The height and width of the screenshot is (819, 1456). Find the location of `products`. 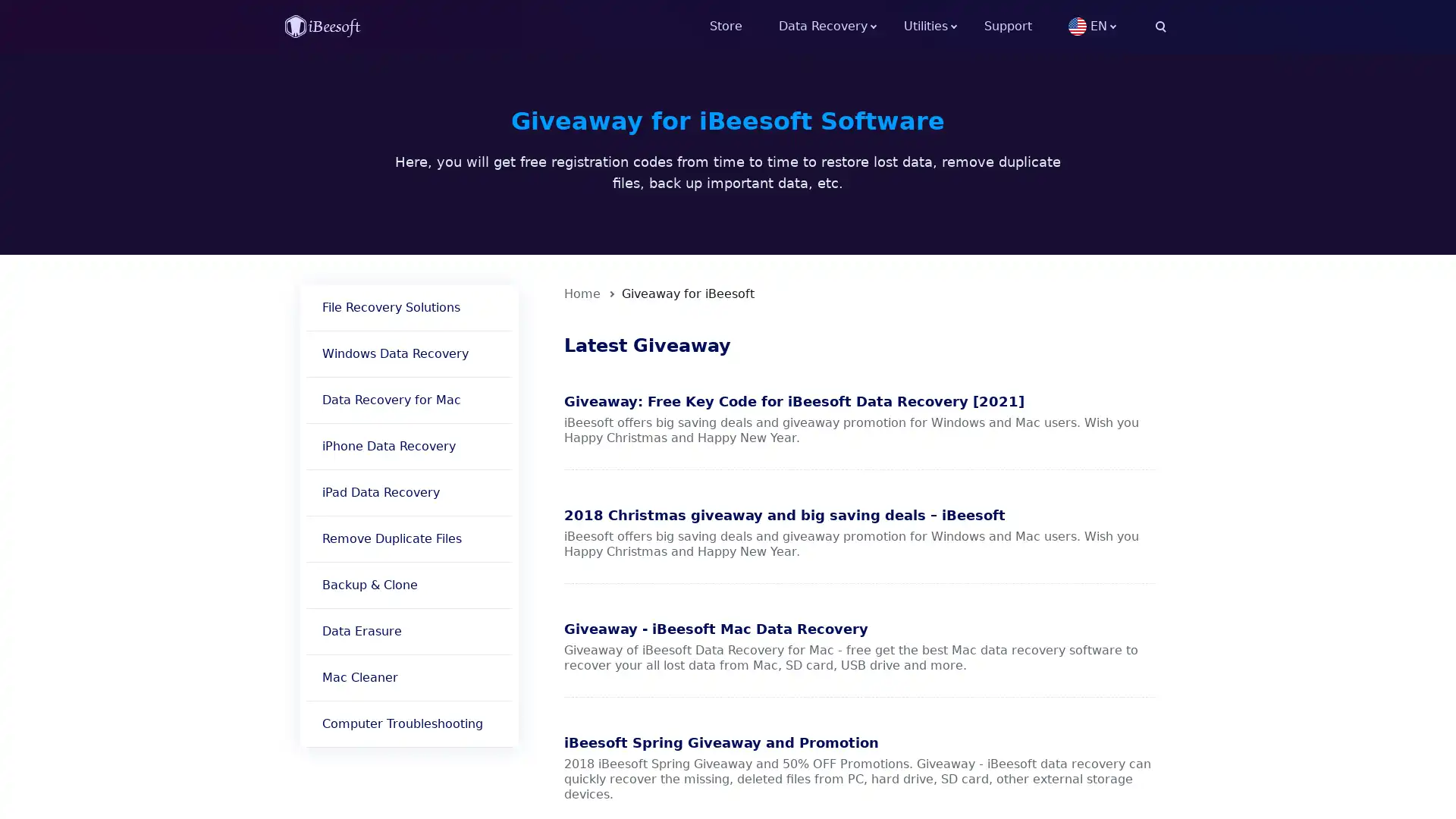

products is located at coordinates (943, 26).